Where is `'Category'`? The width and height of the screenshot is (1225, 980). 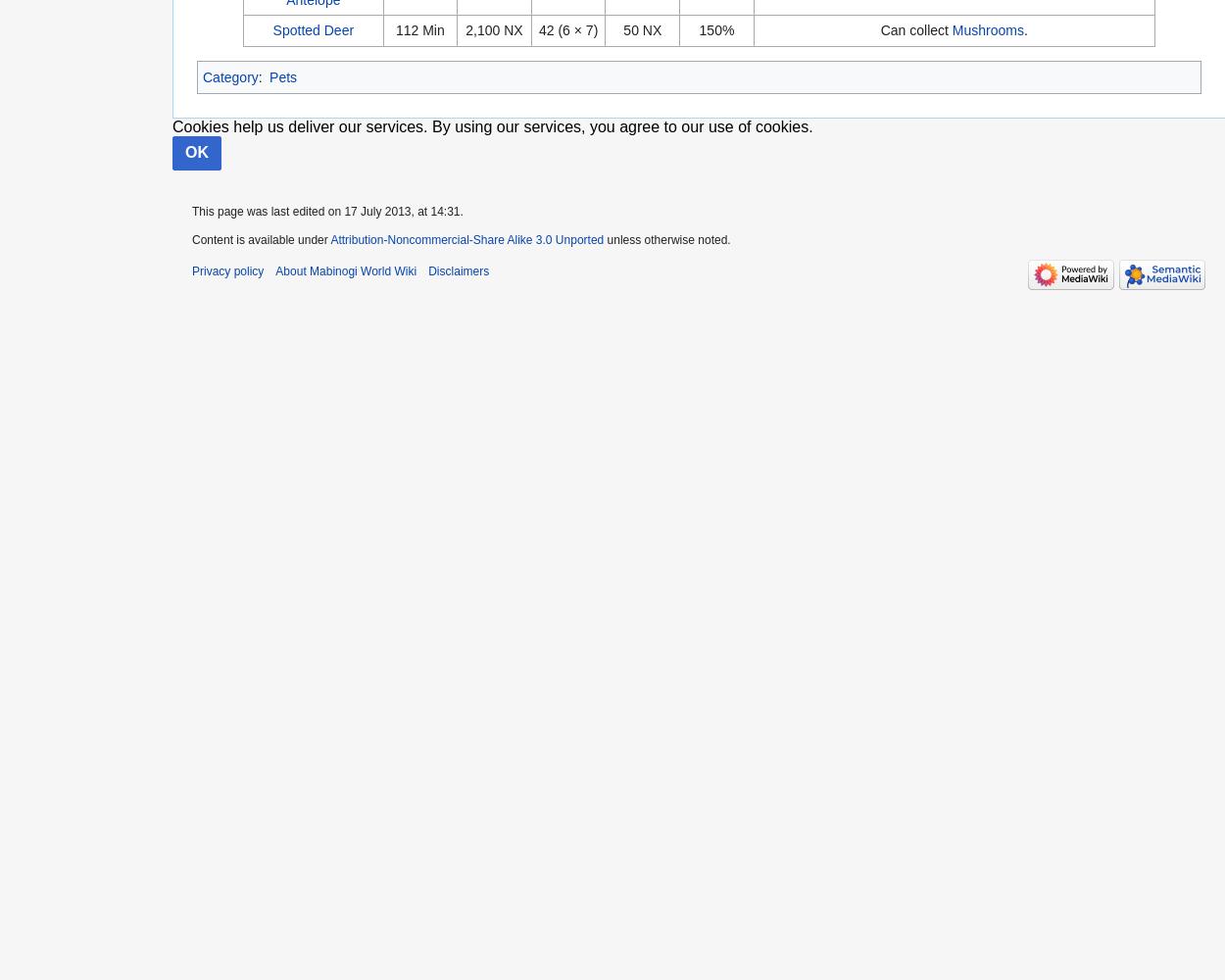 'Category' is located at coordinates (229, 75).